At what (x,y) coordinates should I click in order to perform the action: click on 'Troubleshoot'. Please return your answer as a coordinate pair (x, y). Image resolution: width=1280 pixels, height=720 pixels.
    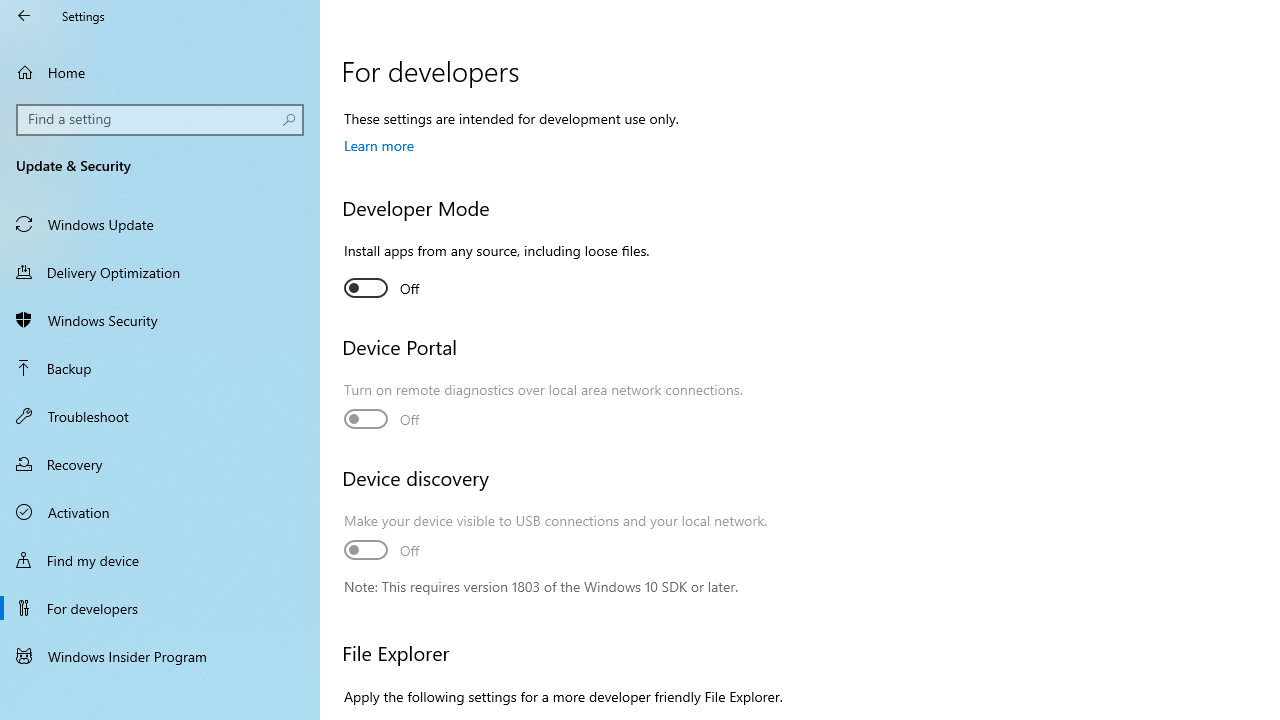
    Looking at the image, I should click on (160, 414).